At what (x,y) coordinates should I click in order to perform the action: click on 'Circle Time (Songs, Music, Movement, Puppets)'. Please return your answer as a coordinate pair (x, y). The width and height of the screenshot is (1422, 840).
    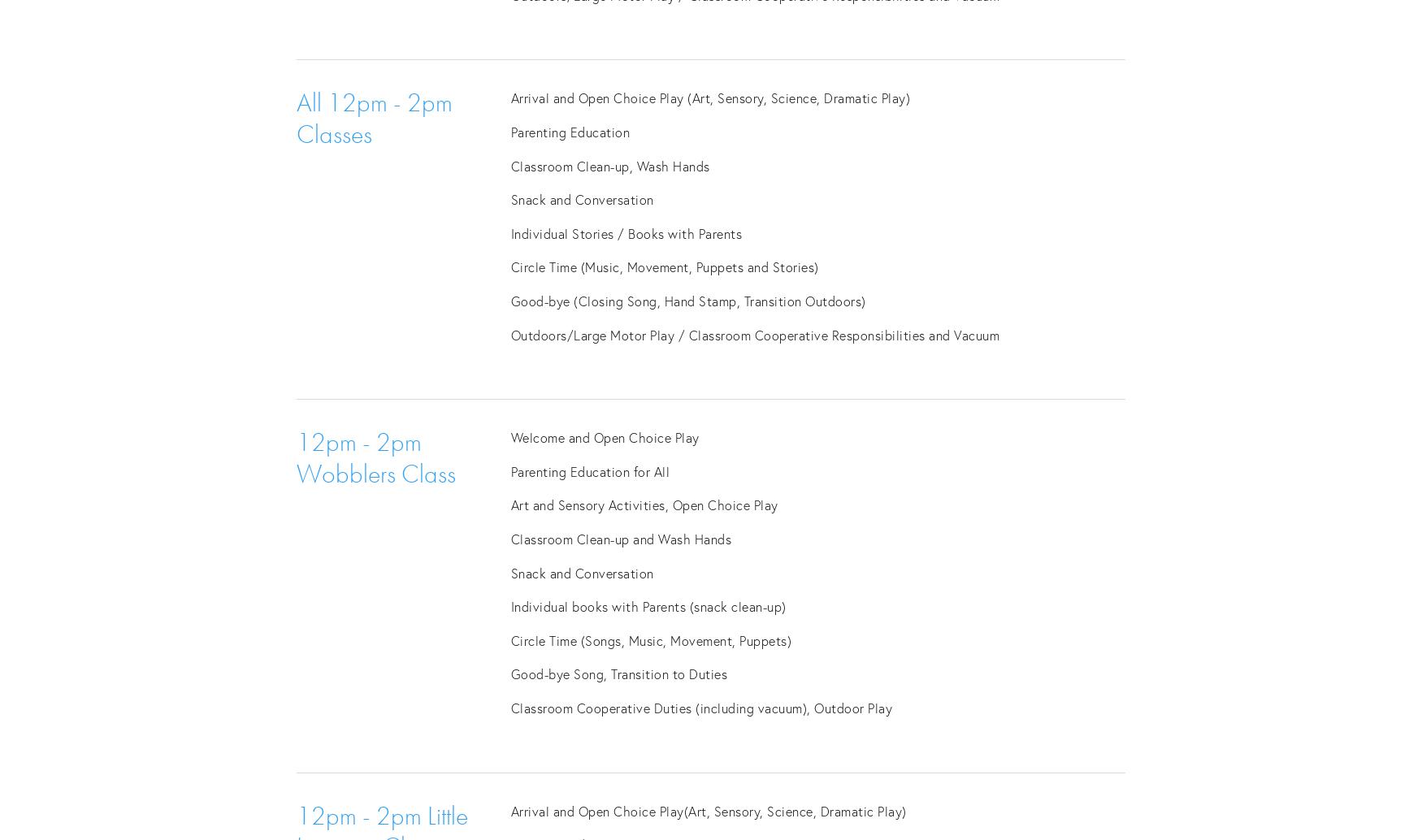
    Looking at the image, I should click on (652, 639).